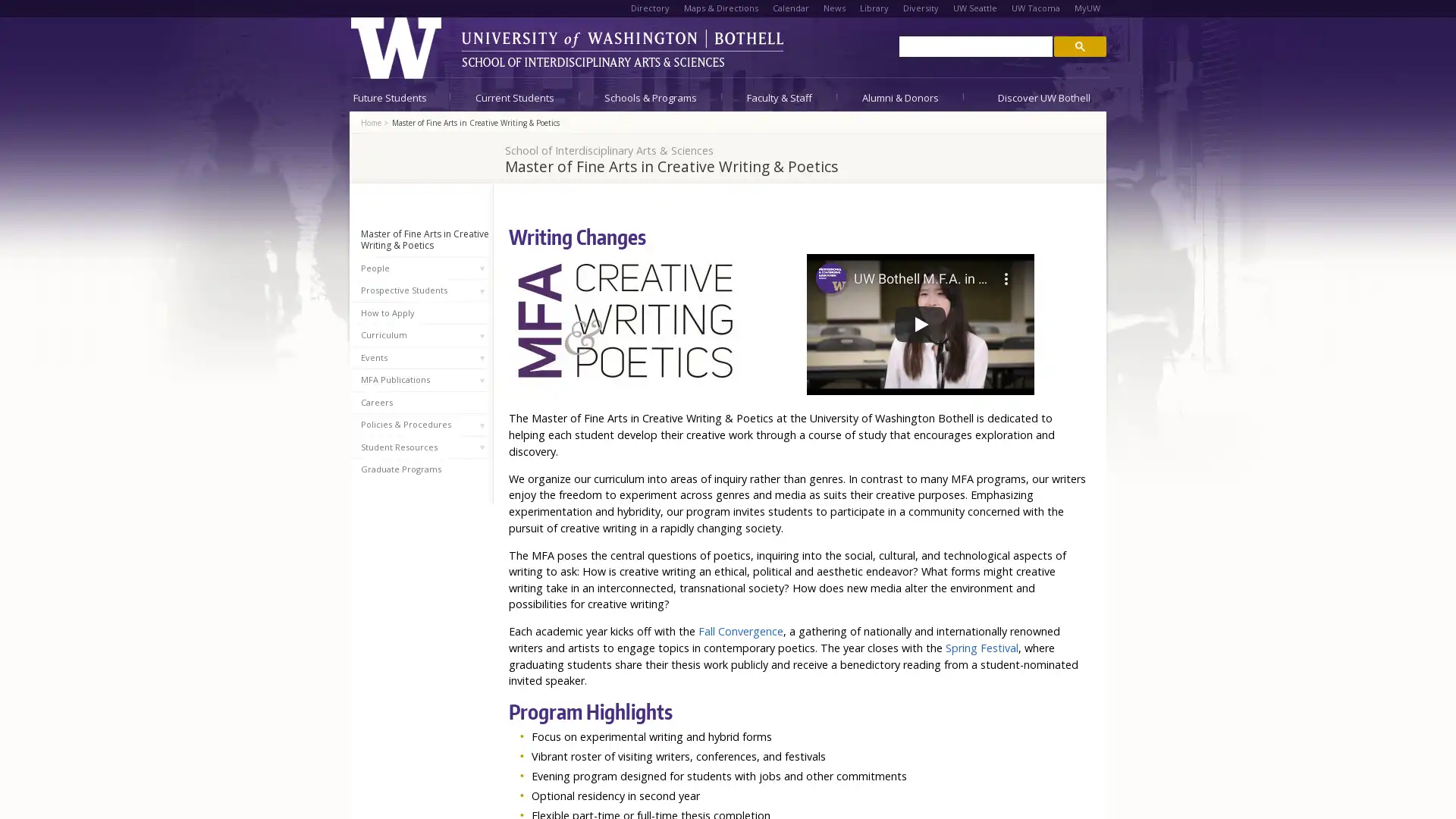 The width and height of the screenshot is (1456, 819). What do you see at coordinates (482, 357) in the screenshot?
I see `Events Submenu` at bounding box center [482, 357].